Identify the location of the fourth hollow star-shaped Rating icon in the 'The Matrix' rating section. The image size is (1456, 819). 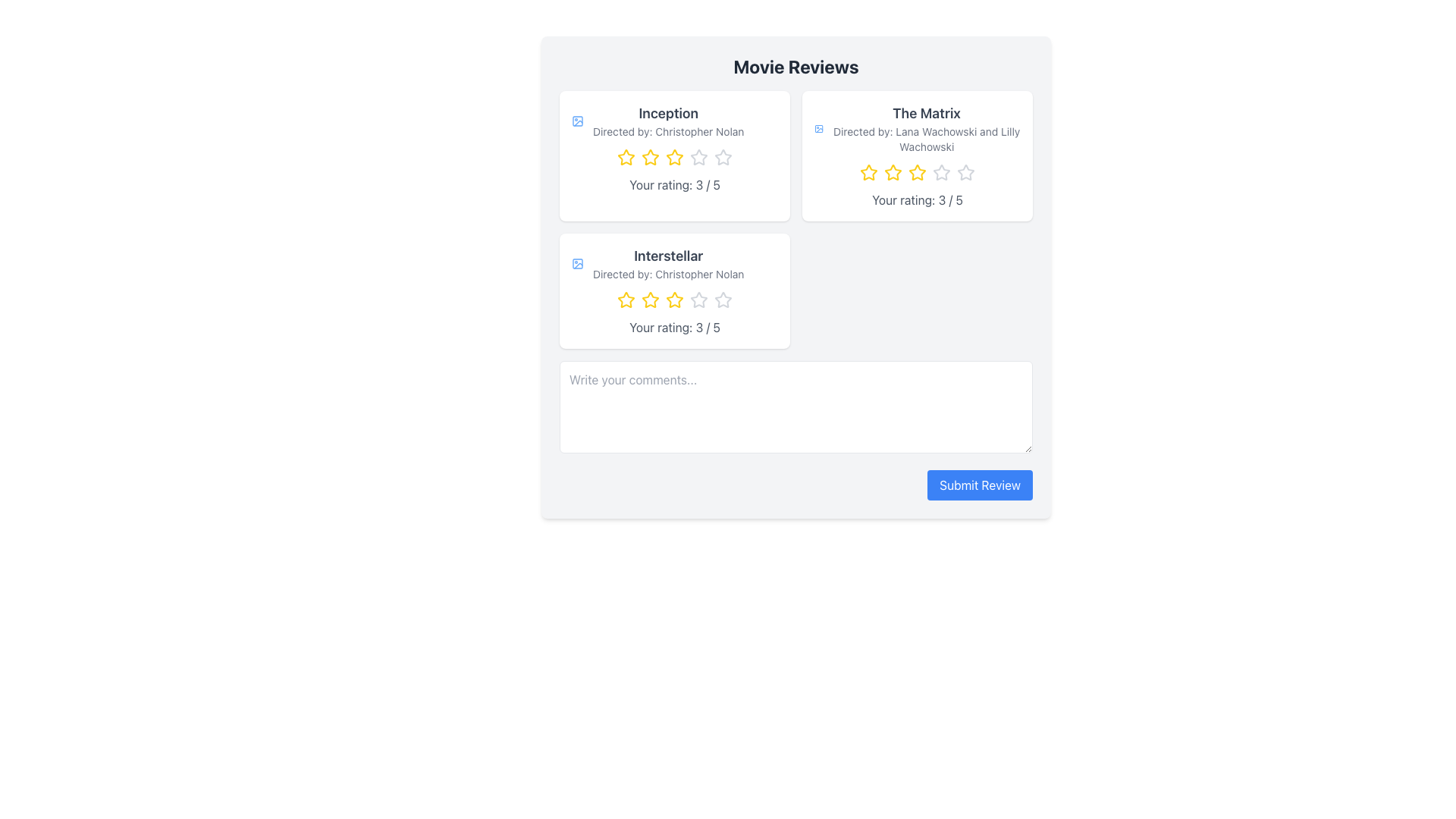
(941, 171).